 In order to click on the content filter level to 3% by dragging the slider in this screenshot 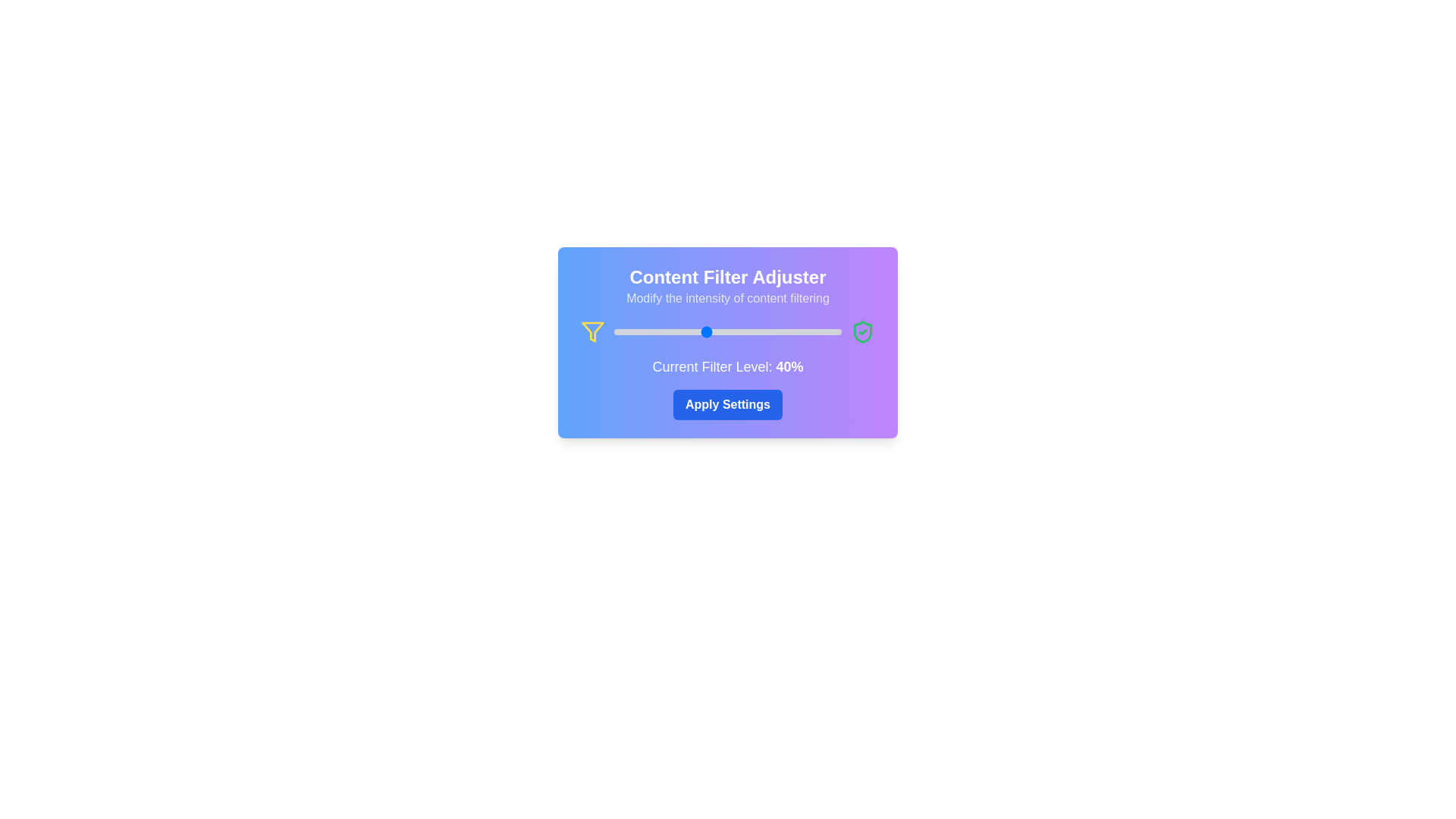, I will do `click(621, 331)`.